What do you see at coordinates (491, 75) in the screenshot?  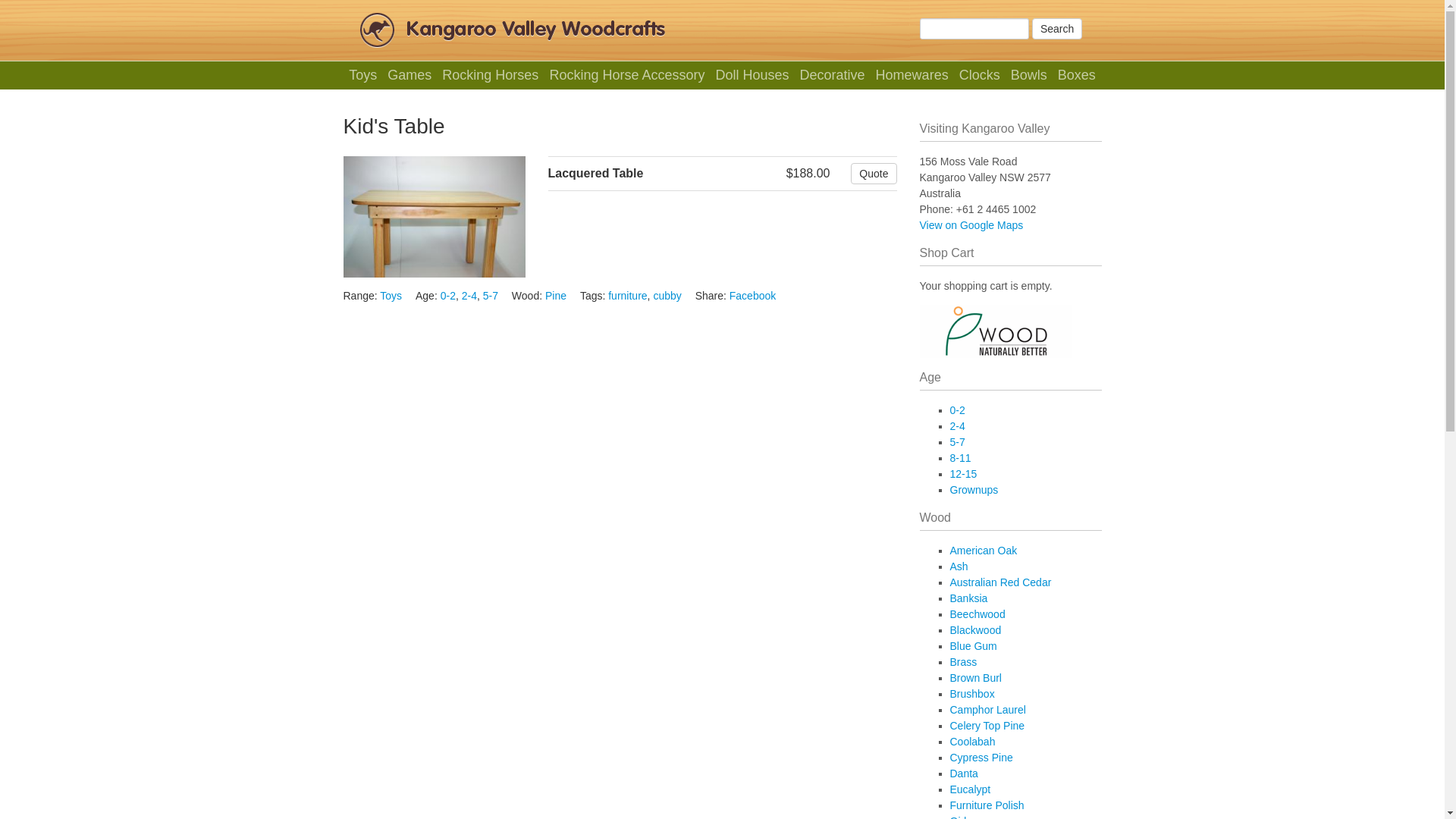 I see `'Rocking Horses'` at bounding box center [491, 75].